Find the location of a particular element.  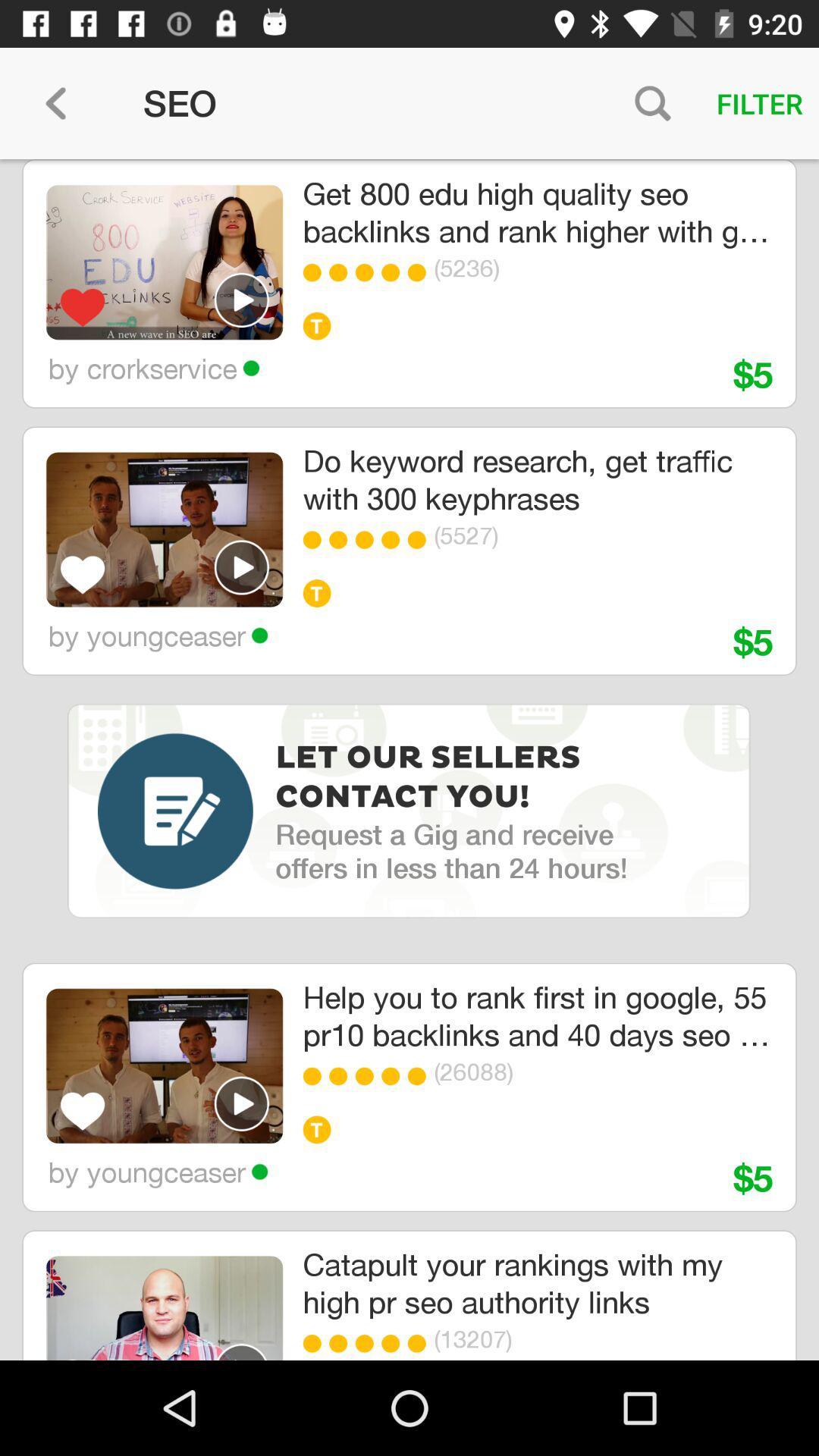

the video is located at coordinates (241, 1351).